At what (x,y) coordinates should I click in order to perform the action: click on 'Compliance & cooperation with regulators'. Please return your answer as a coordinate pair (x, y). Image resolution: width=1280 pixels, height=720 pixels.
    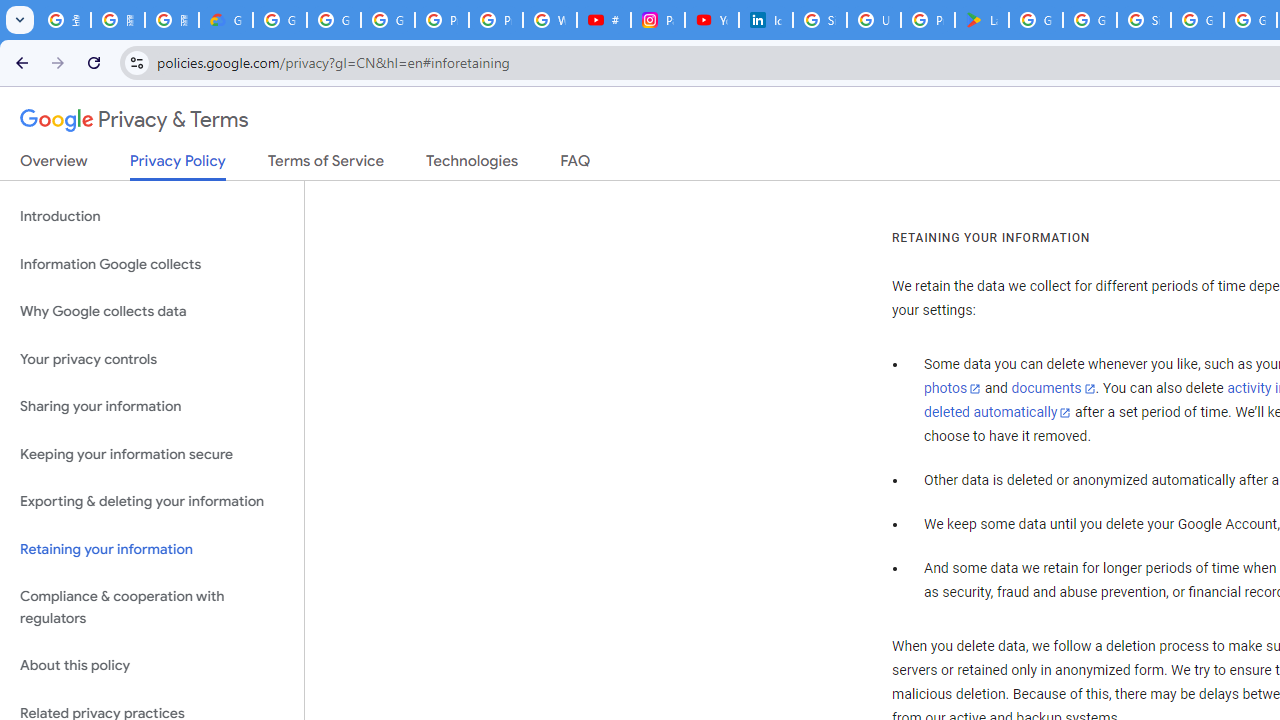
    Looking at the image, I should click on (151, 607).